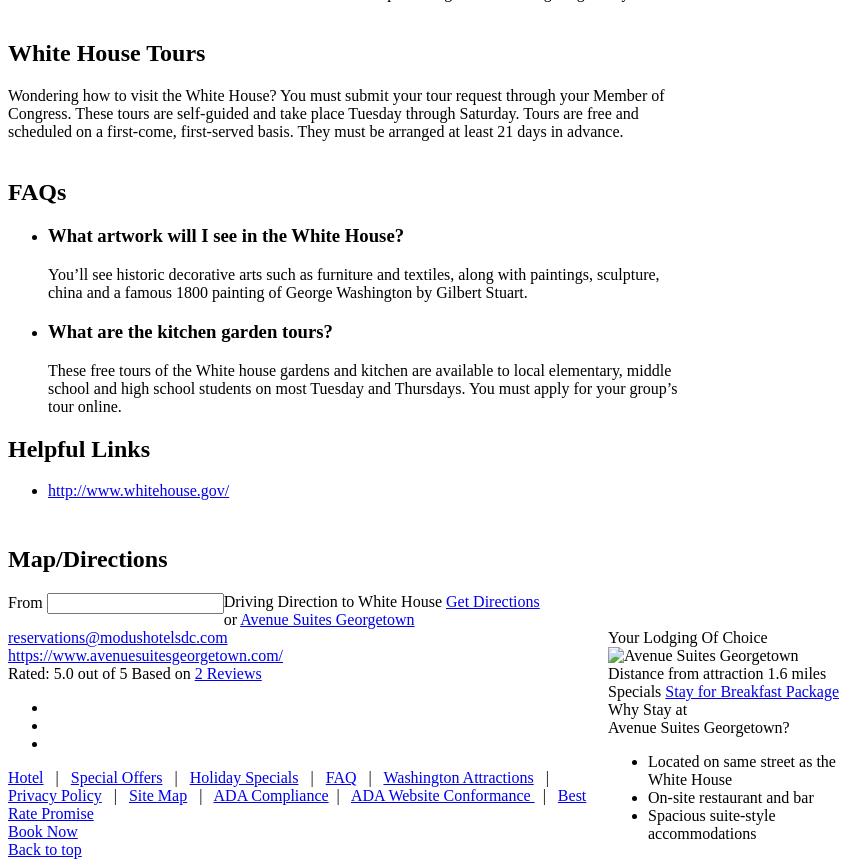 Image resolution: width=850 pixels, height=866 pixels. Describe the element at coordinates (54, 794) in the screenshot. I see `'Privacy Policy'` at that location.